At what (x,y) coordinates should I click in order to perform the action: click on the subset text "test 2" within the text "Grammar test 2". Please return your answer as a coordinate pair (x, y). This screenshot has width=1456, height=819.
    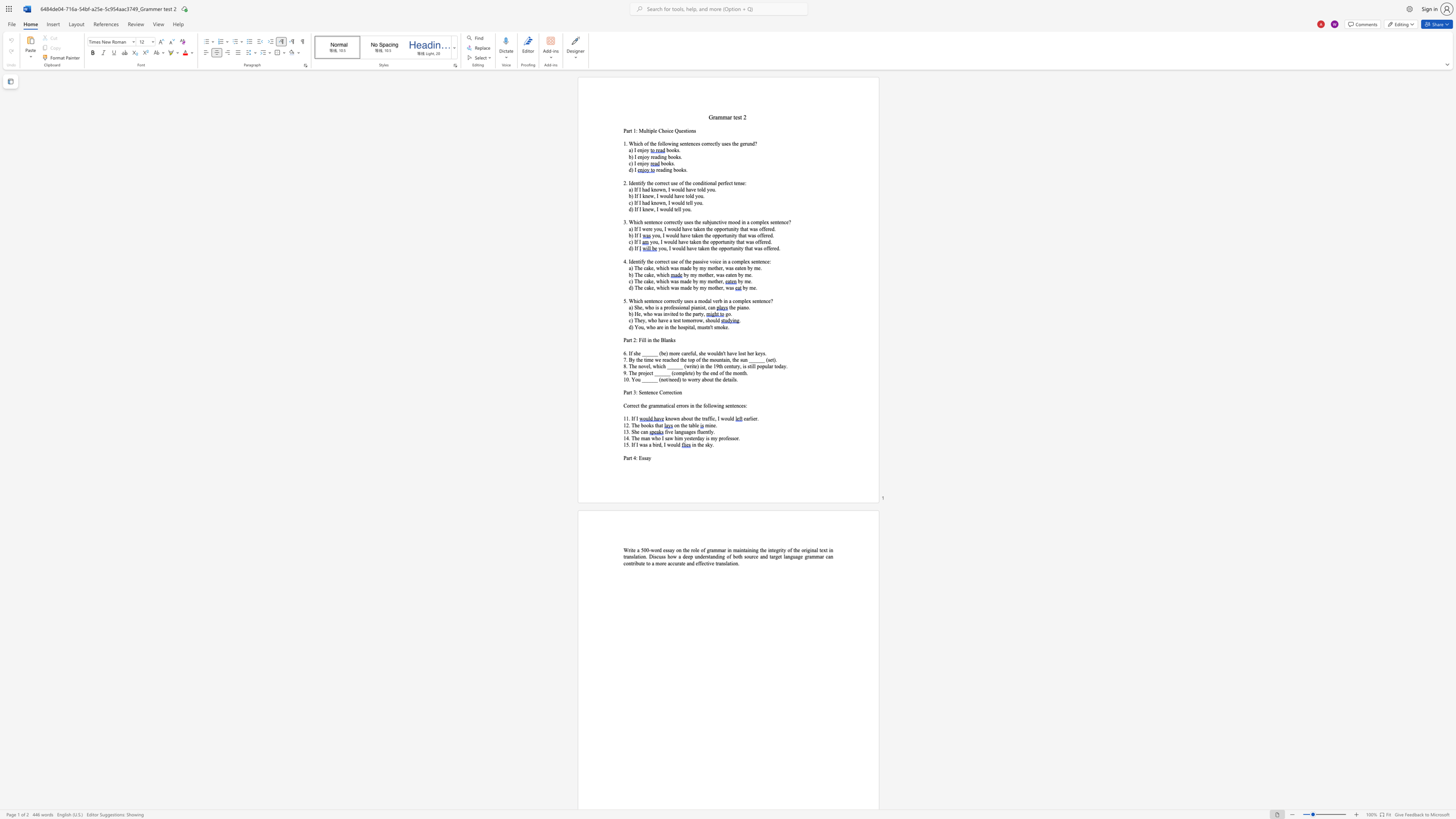
    Looking at the image, I should click on (733, 117).